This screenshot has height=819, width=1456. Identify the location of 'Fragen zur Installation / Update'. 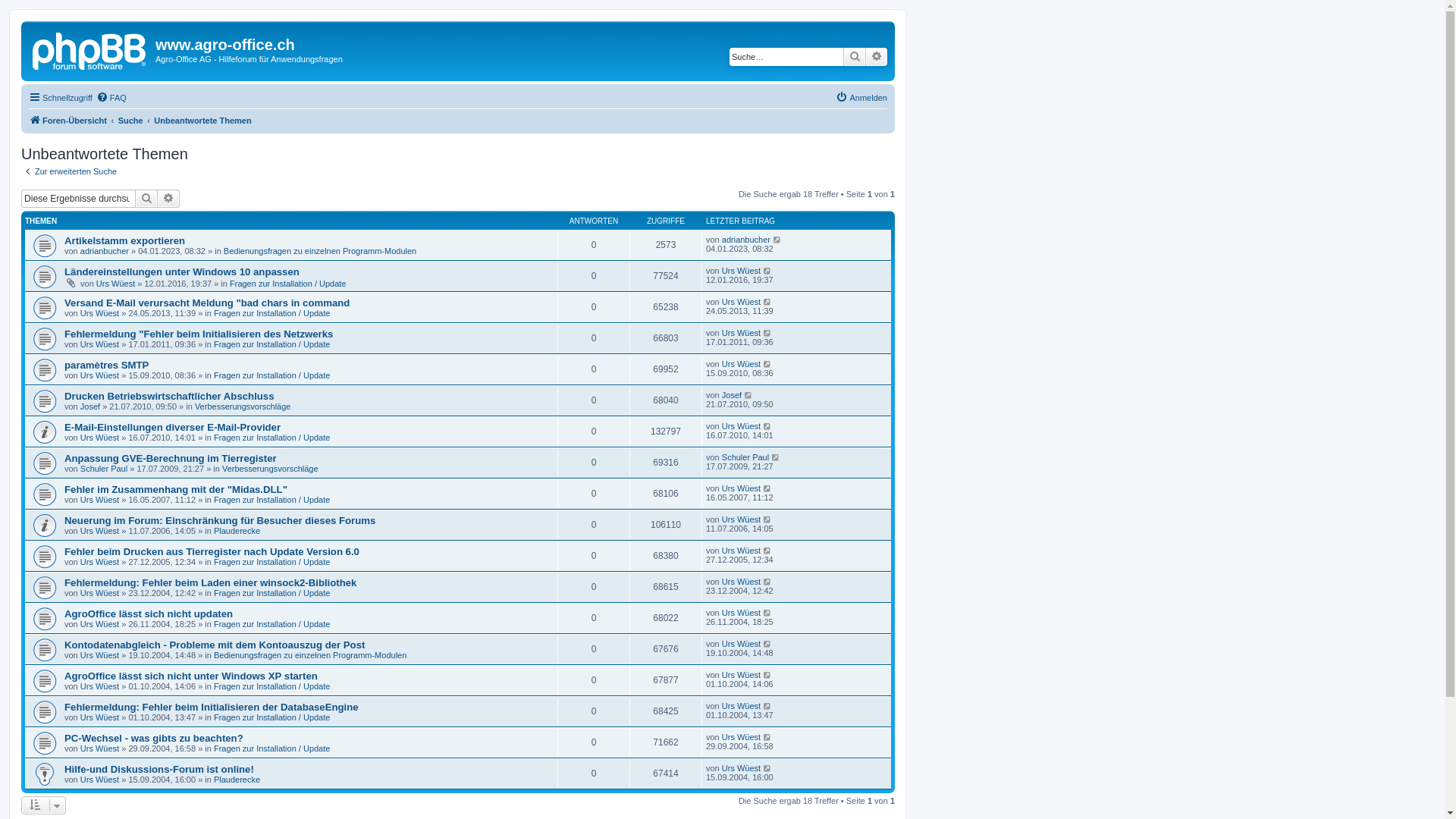
(213, 312).